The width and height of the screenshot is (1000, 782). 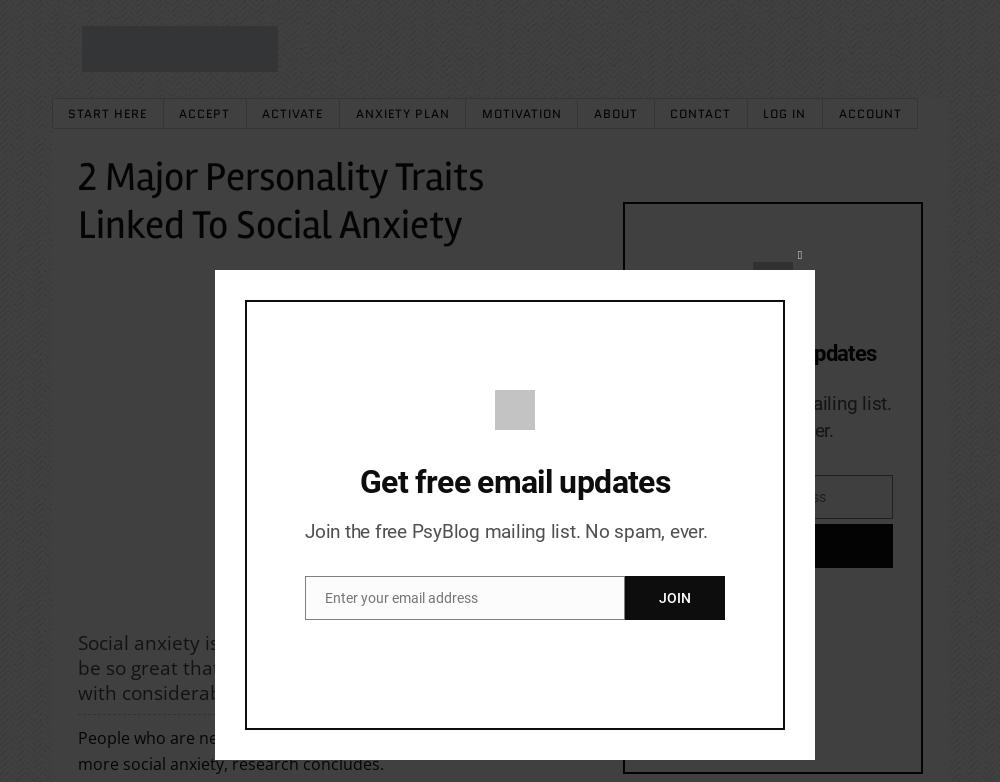 What do you see at coordinates (772, 417) in the screenshot?
I see `'Join the PsyBlog mailing list. No spam, ever.'` at bounding box center [772, 417].